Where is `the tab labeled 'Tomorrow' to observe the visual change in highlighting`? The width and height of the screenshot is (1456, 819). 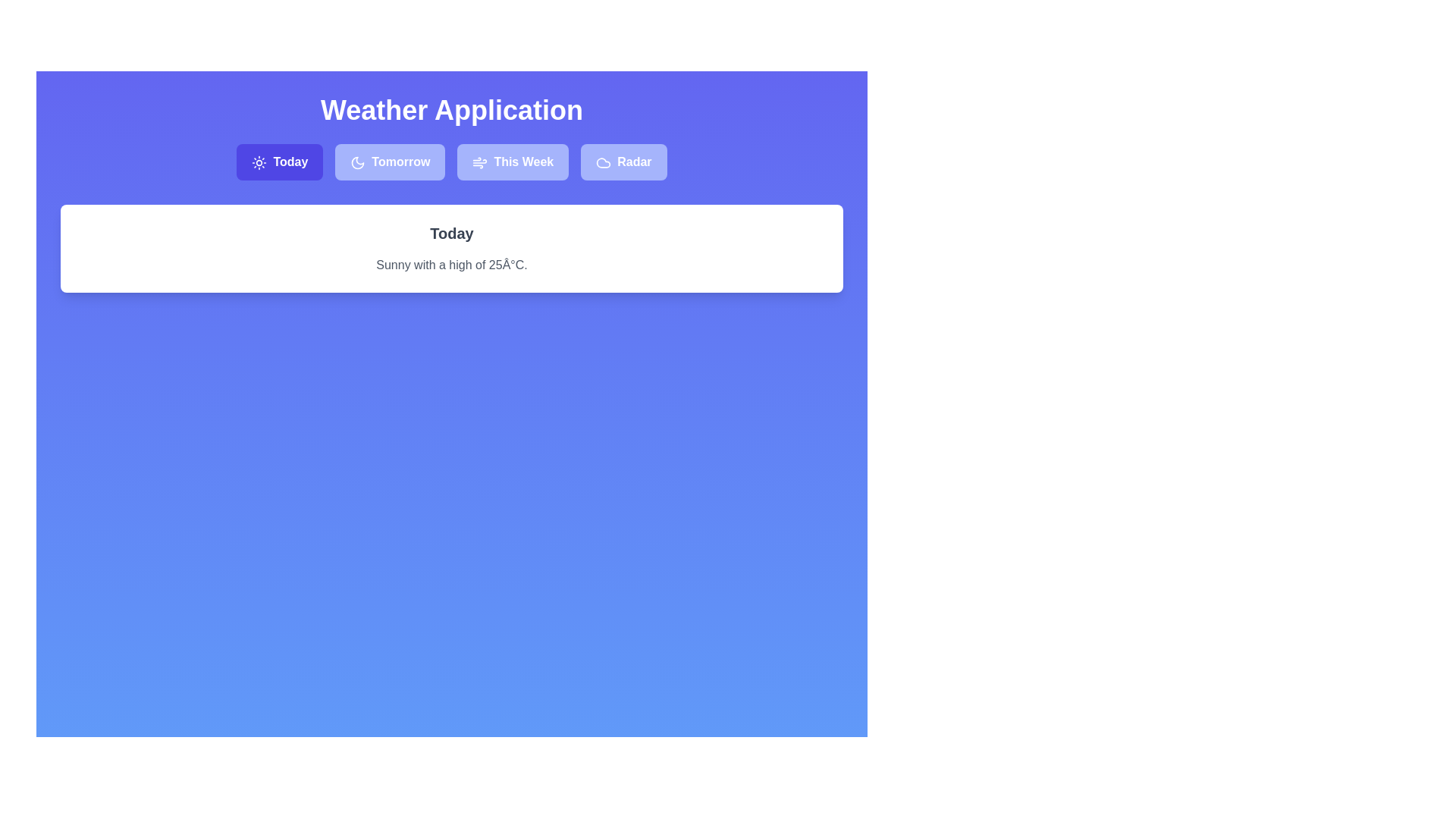 the tab labeled 'Tomorrow' to observe the visual change in highlighting is located at coordinates (389, 162).